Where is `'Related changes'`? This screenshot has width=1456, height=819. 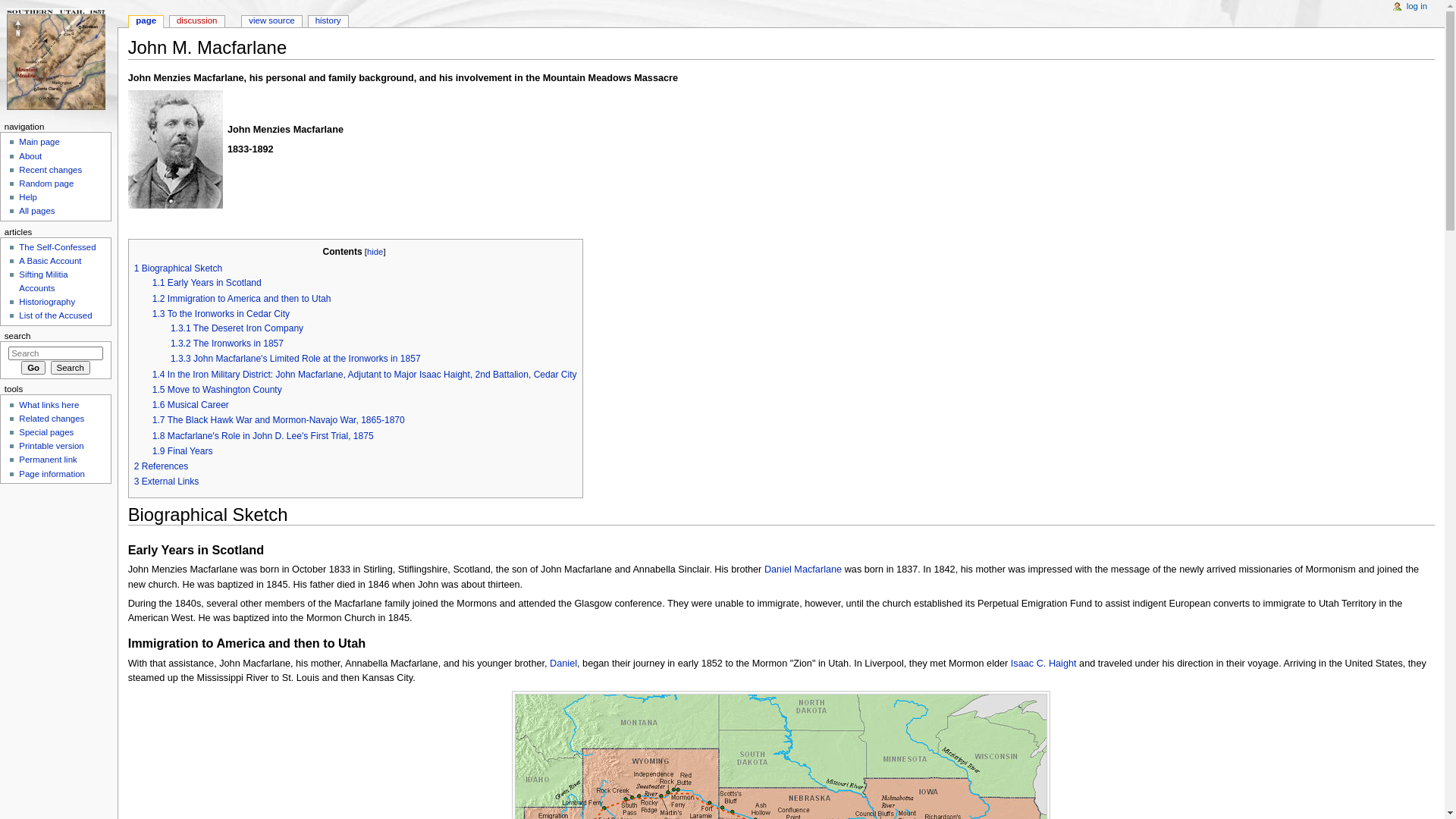 'Related changes' is located at coordinates (18, 418).